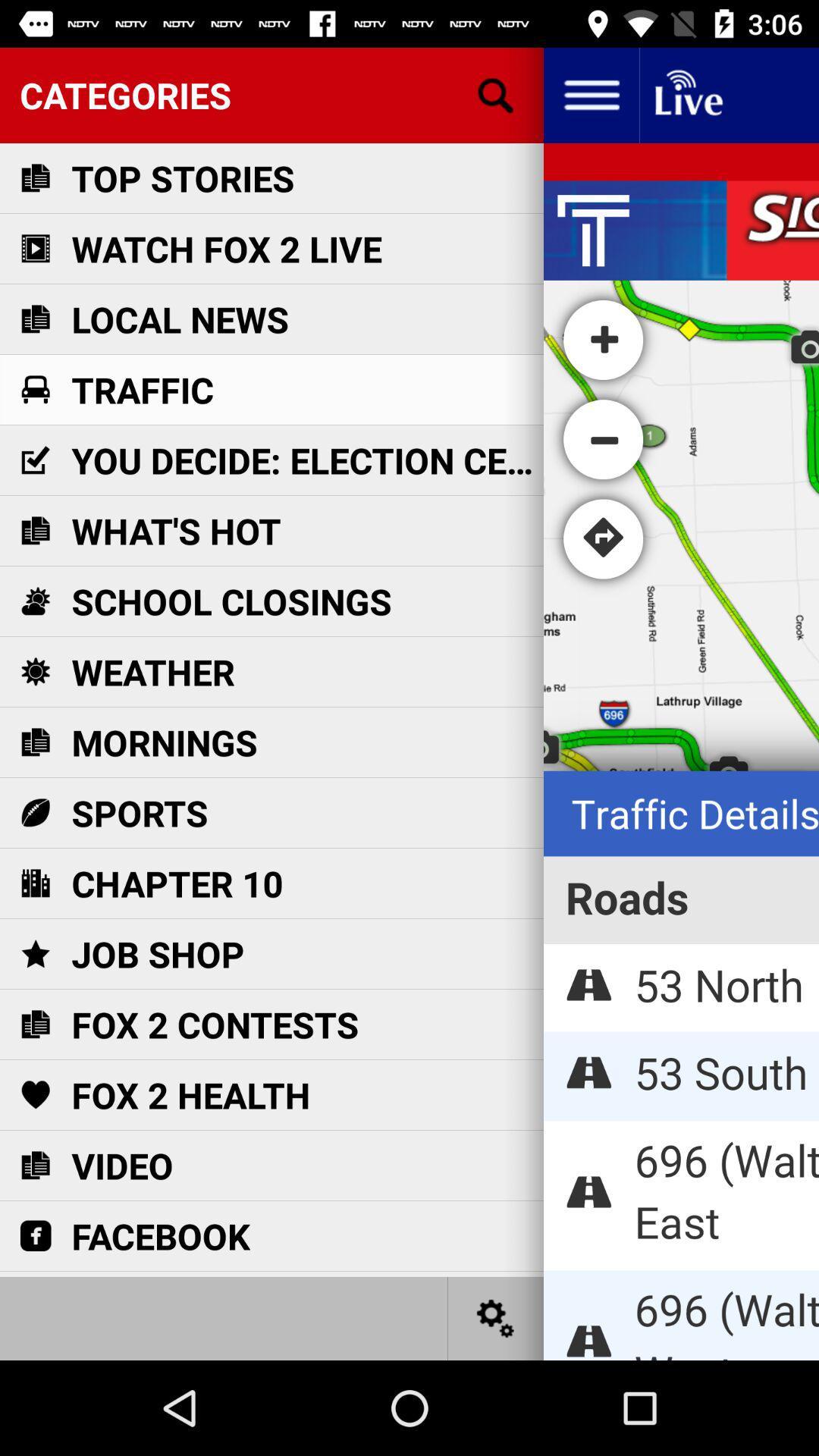 The width and height of the screenshot is (819, 1456). I want to click on menu, so click(590, 94).